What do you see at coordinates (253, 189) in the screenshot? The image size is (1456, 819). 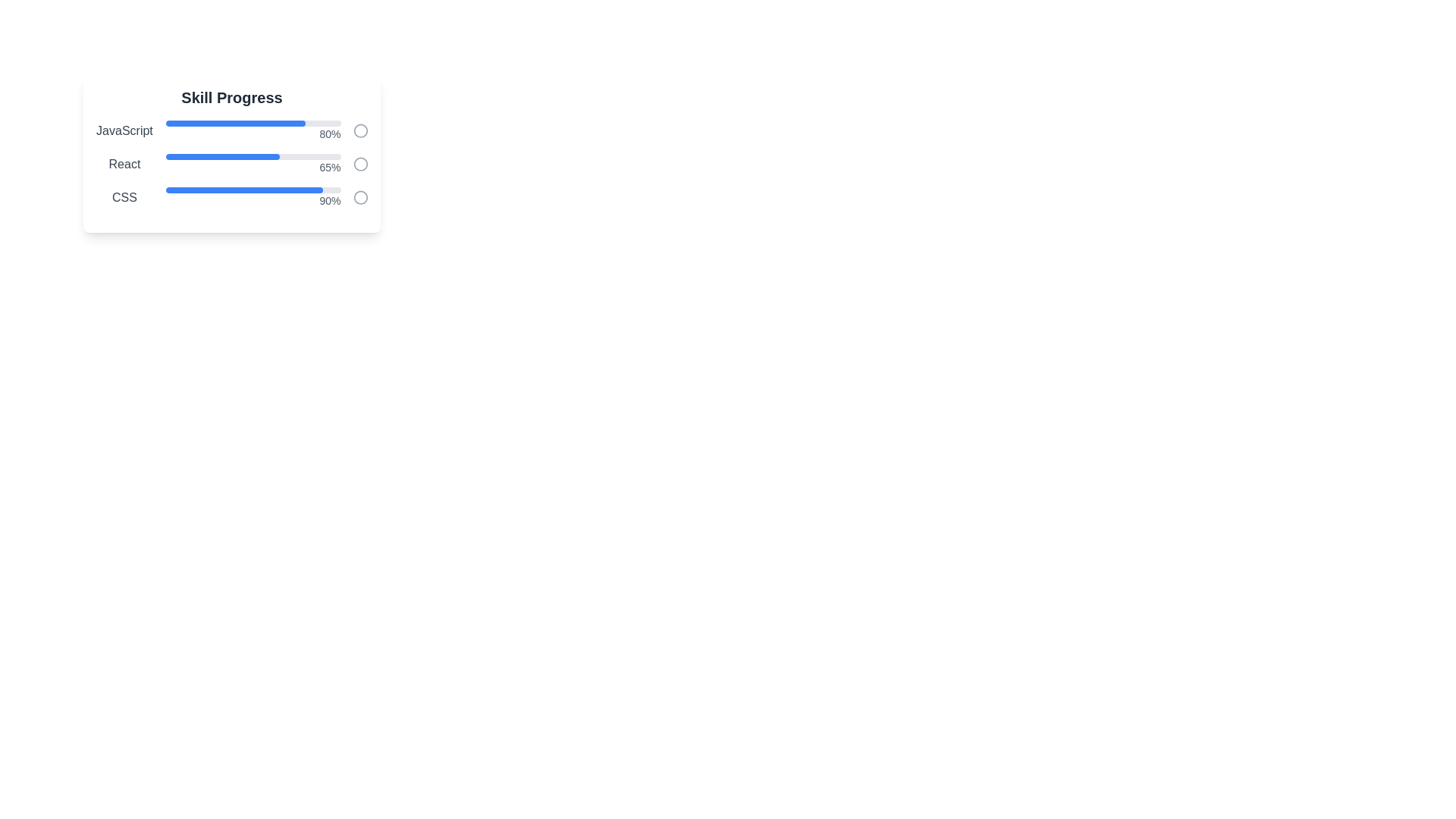 I see `the third progress bar in the vertical list of skill progress indicators, which is located under the 'CSS' label and to the left of the '90%' percentage indicator` at bounding box center [253, 189].